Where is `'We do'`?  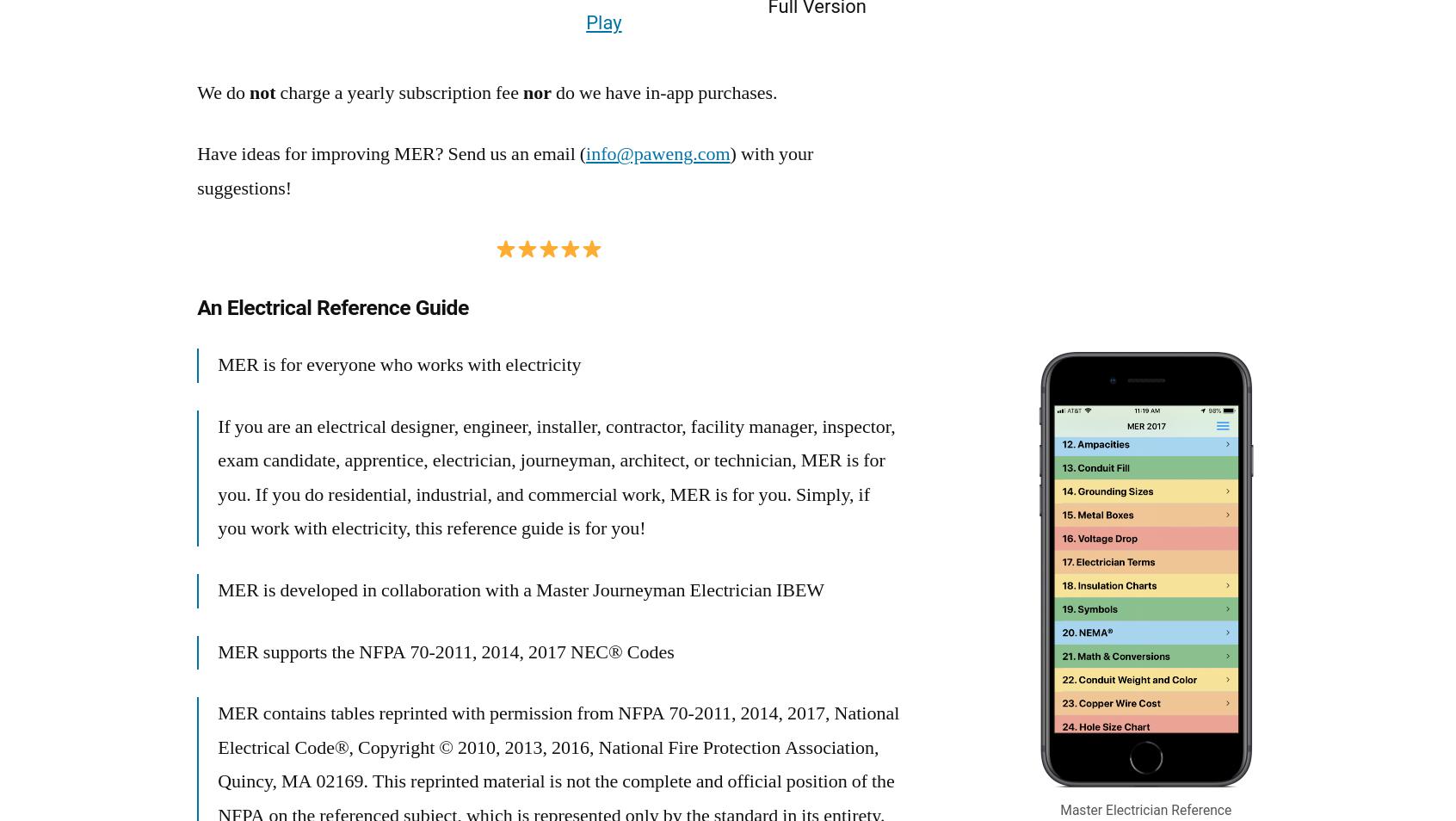
'We do' is located at coordinates (196, 91).